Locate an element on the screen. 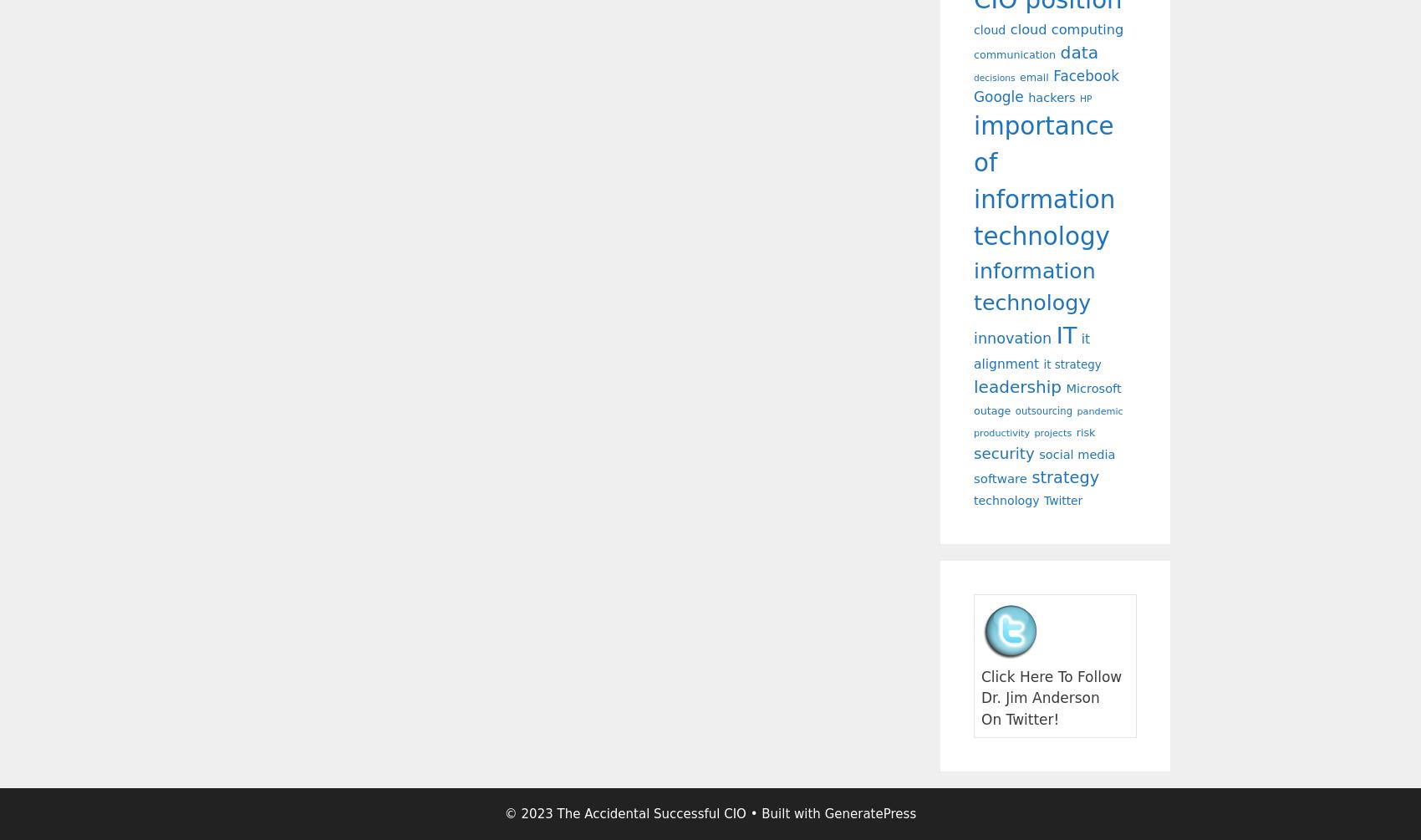  '• Built with' is located at coordinates (785, 813).